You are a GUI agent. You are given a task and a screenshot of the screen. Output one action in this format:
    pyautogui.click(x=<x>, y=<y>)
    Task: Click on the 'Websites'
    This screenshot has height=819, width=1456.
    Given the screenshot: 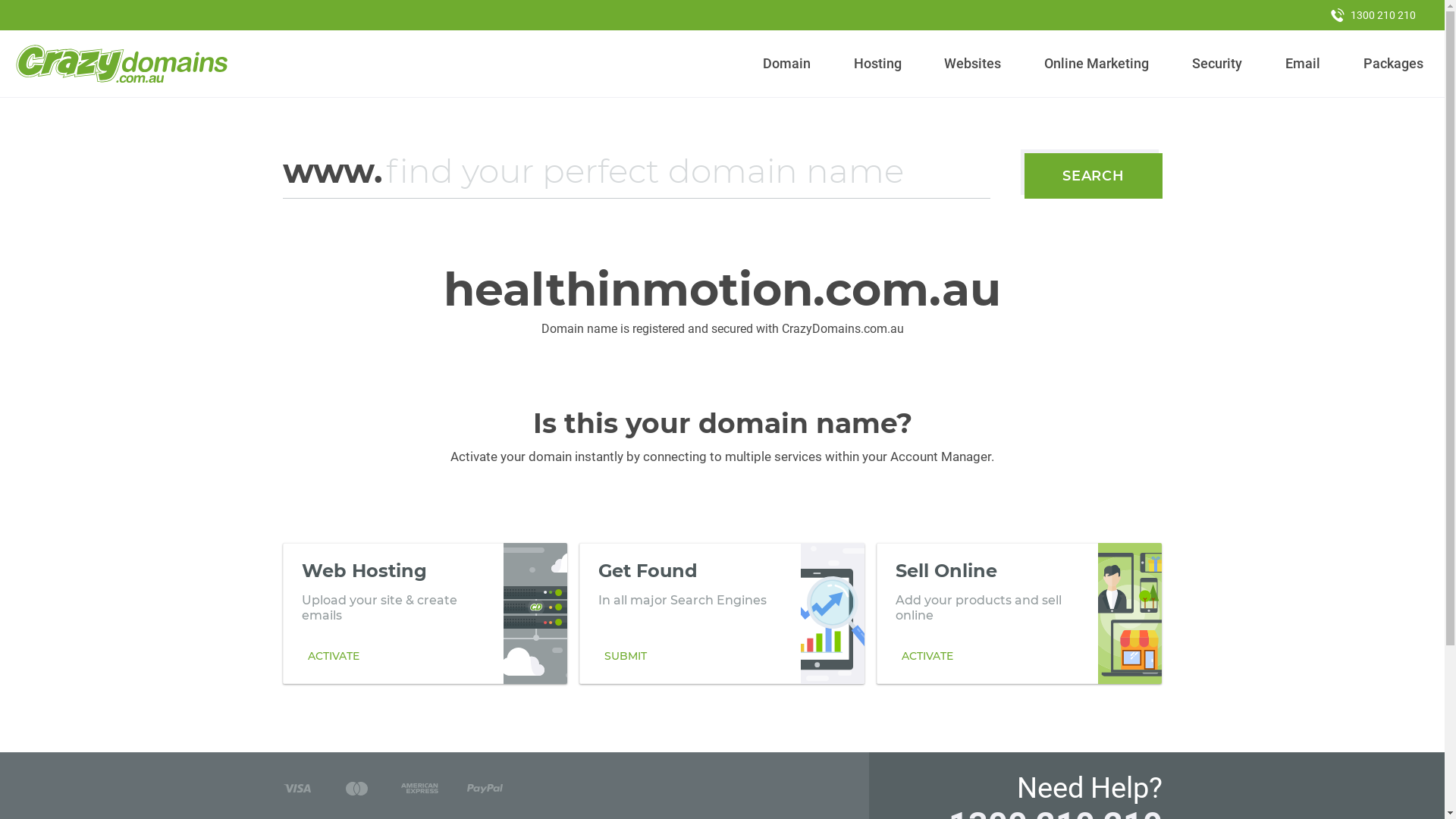 What is the action you would take?
    pyautogui.click(x=972, y=63)
    